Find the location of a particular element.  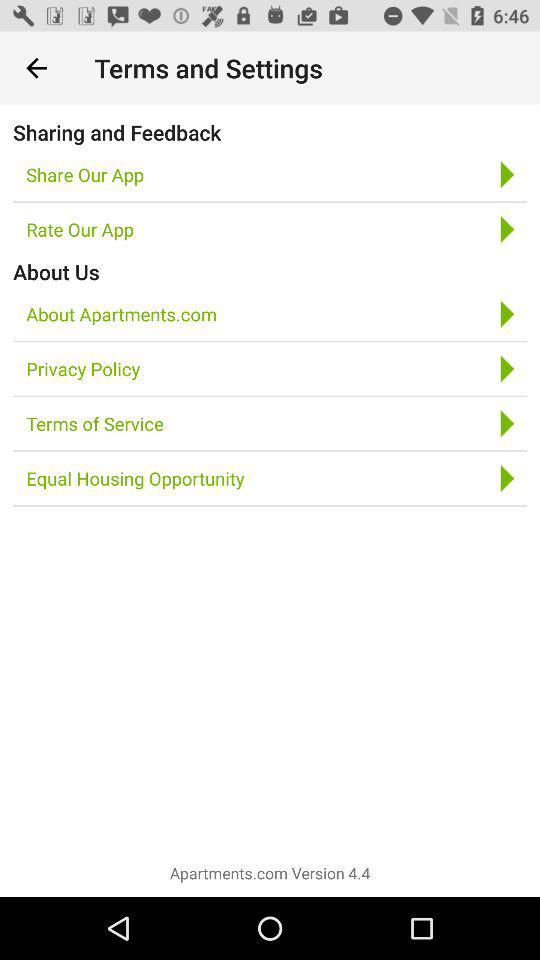

the icon below privacy policy item is located at coordinates (94, 423).